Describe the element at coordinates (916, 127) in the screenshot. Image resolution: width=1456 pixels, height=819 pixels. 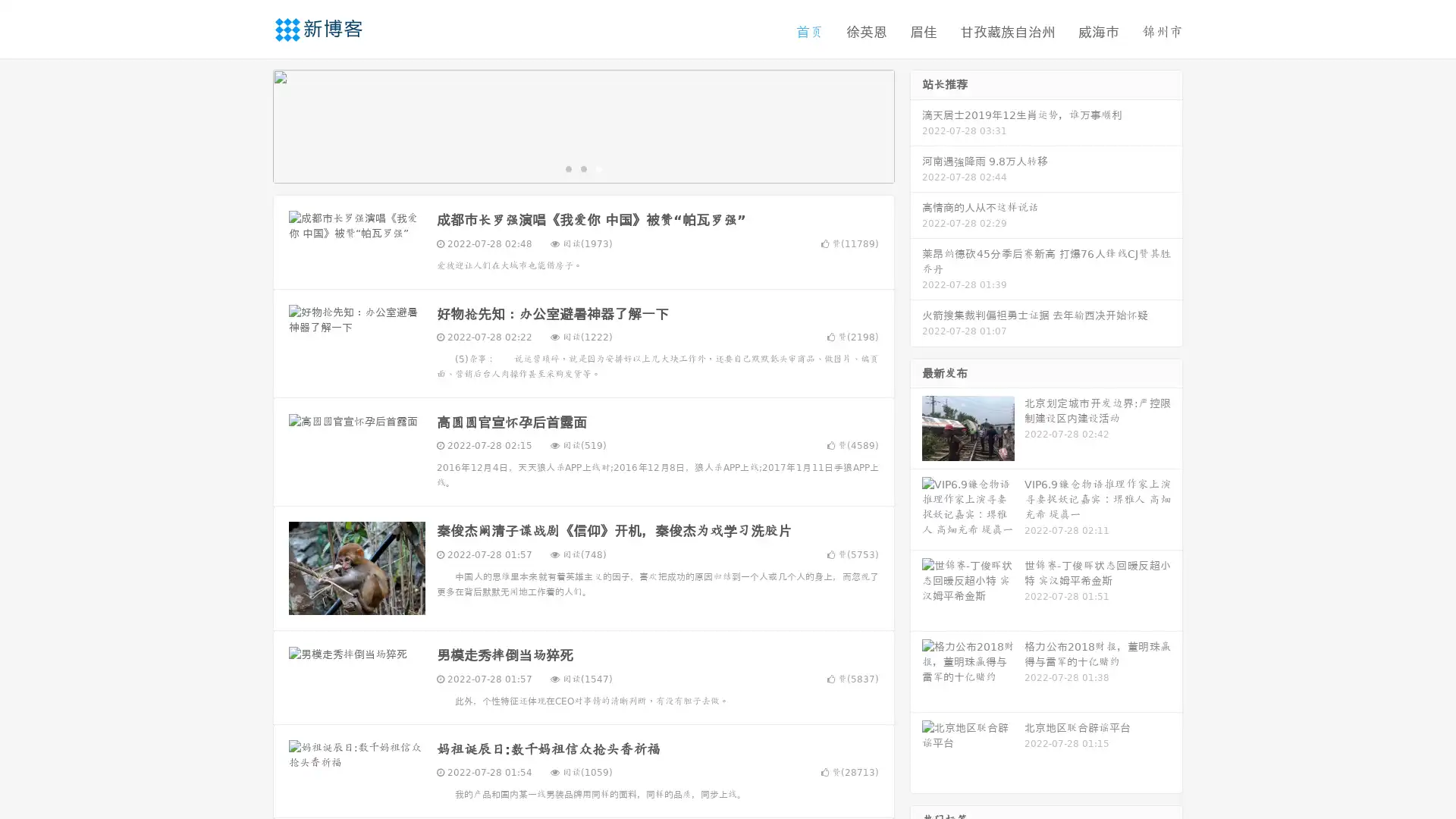
I see `Next slide` at that location.